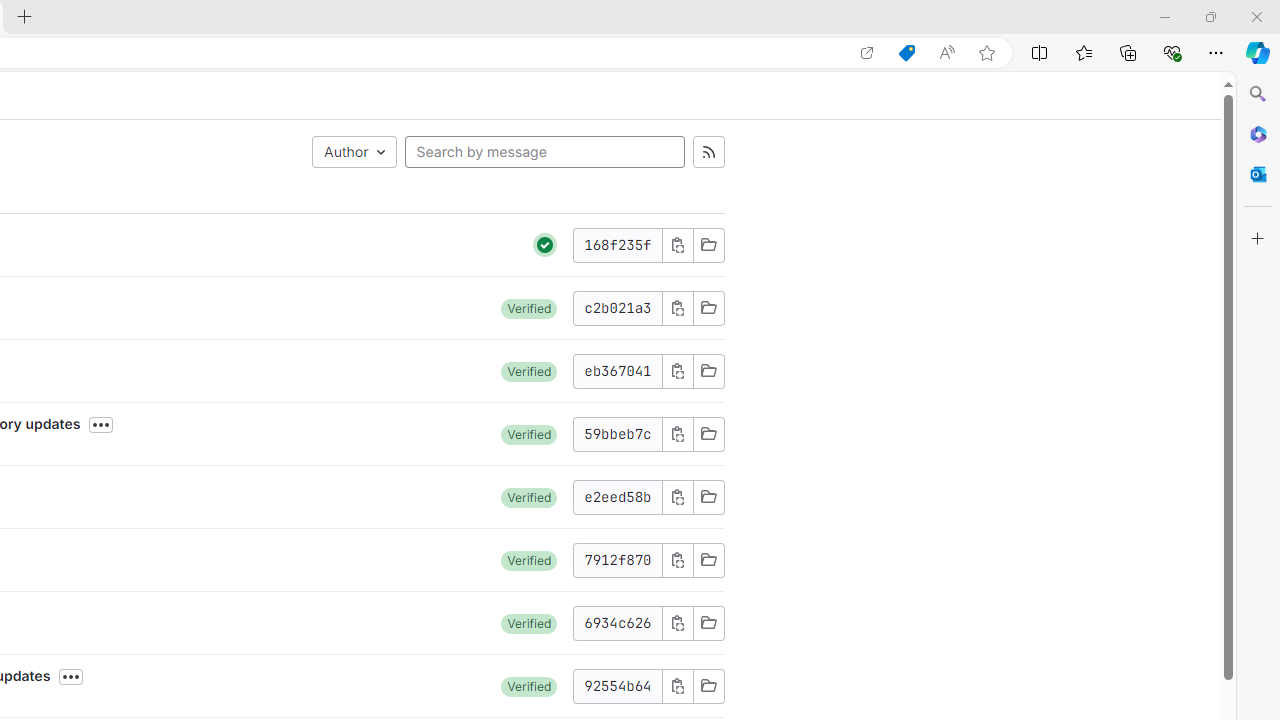 Image resolution: width=1280 pixels, height=720 pixels. I want to click on 'Search by message', so click(544, 150).